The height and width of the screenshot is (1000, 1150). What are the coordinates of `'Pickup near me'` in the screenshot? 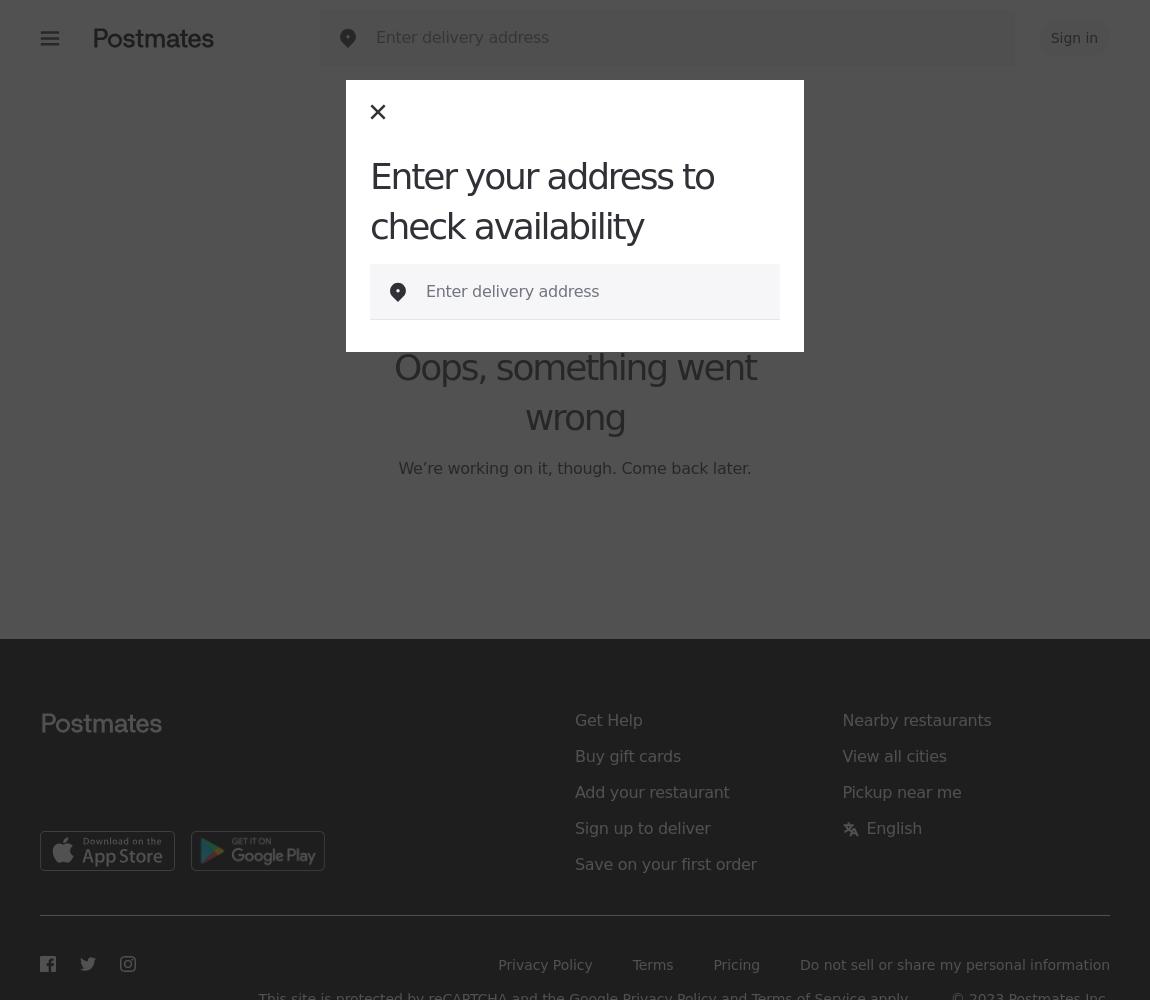 It's located at (841, 792).